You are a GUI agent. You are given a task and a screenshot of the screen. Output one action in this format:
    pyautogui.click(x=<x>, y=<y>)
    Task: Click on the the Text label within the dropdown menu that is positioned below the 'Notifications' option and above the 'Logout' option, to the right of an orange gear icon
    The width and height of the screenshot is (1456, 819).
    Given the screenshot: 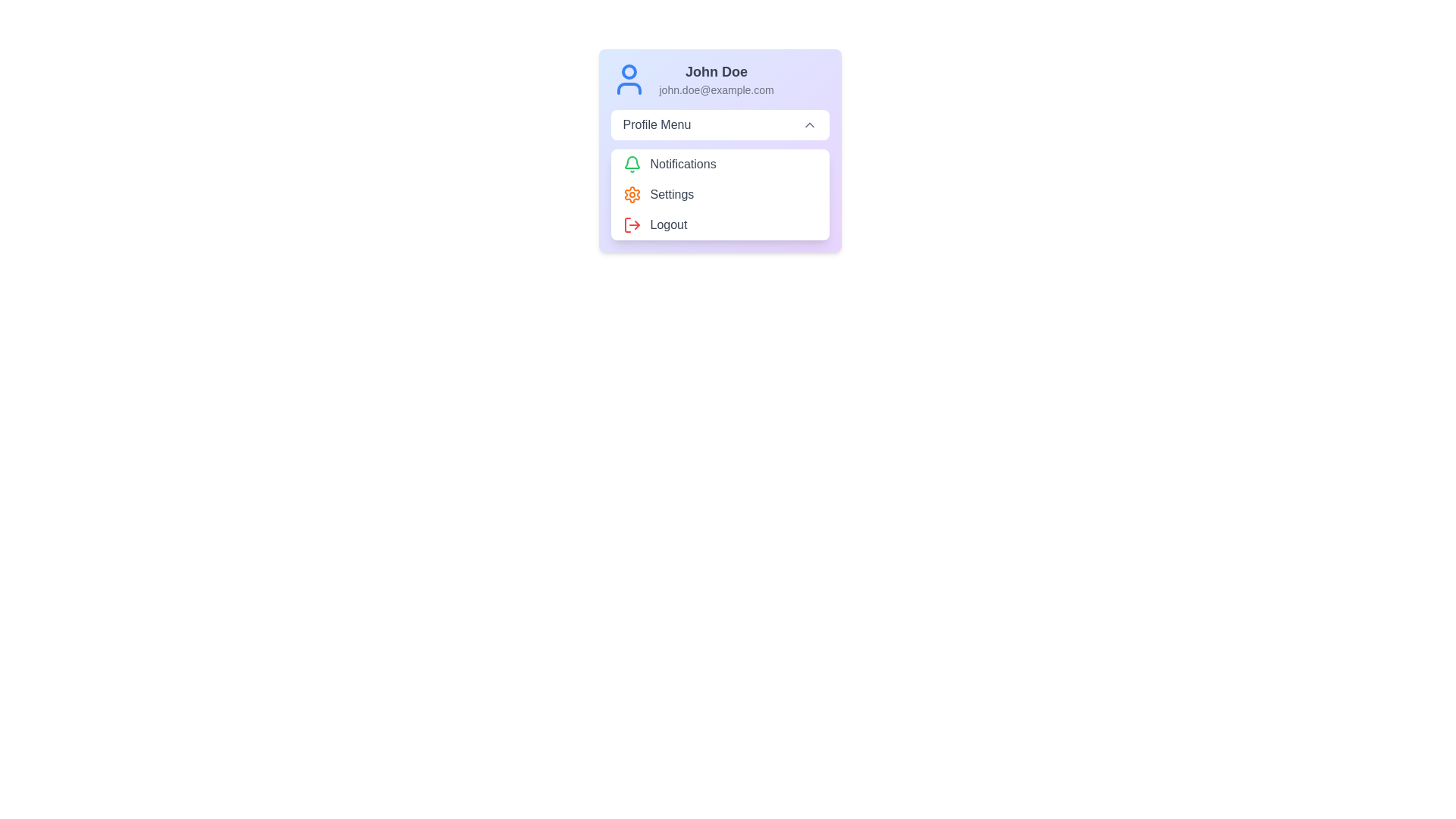 What is the action you would take?
    pyautogui.click(x=671, y=194)
    